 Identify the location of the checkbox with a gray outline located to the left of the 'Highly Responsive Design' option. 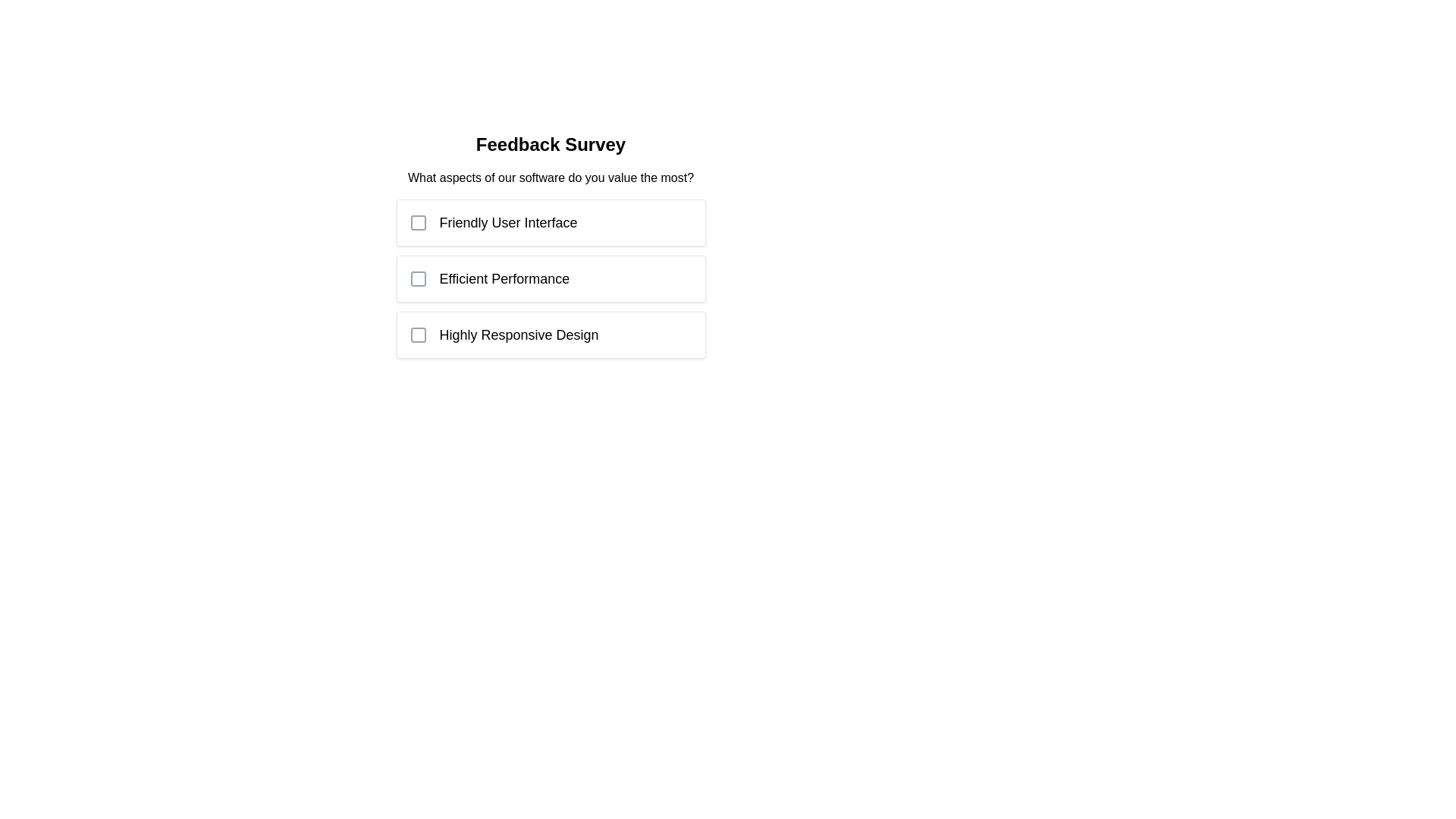
(418, 334).